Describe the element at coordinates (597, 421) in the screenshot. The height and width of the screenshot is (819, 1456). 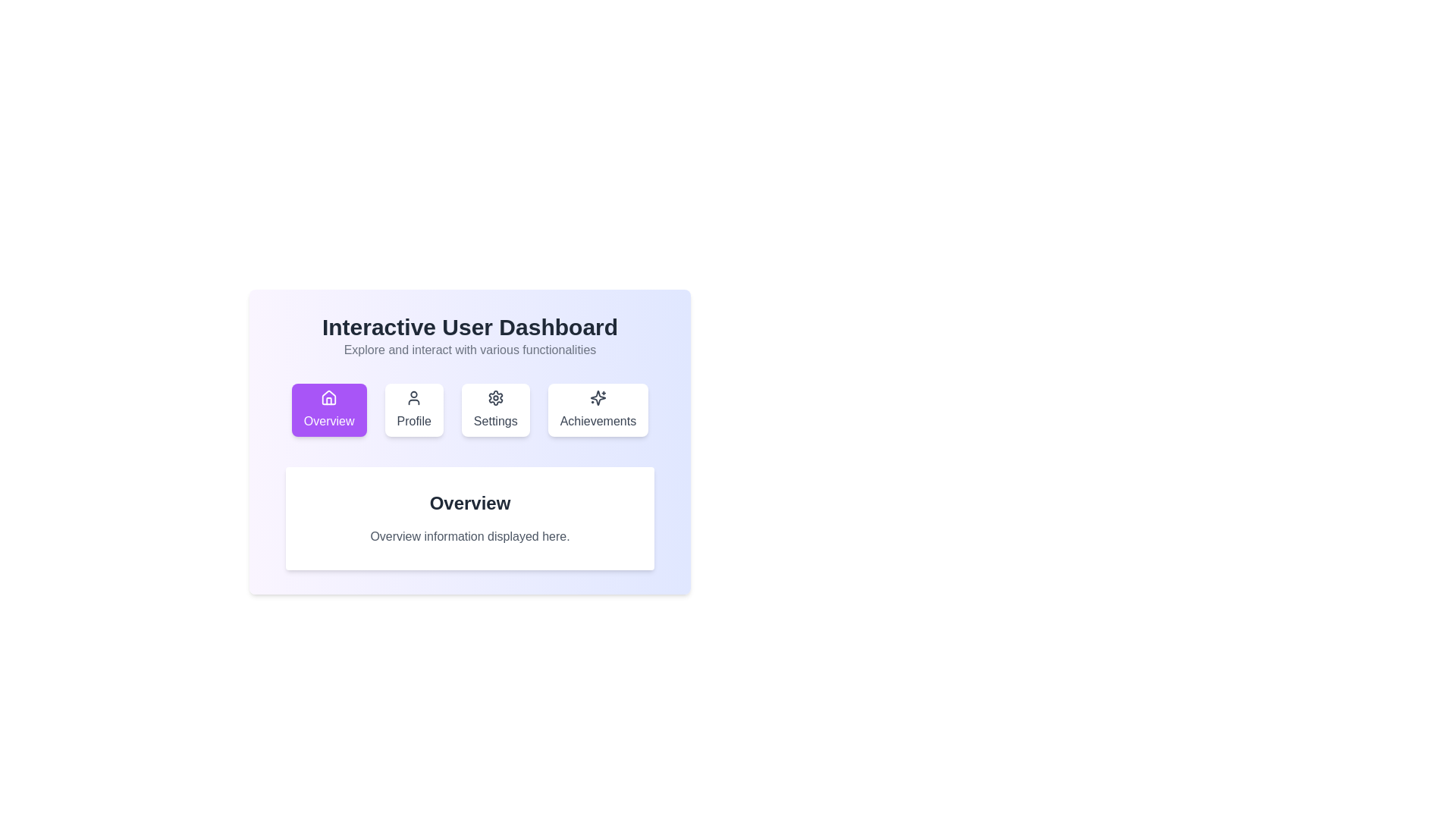
I see `the 'Achievements' button, which features a text label displaying 'Achievements' in dark-gray color, located below a sparkles icon and part of a button group` at that location.